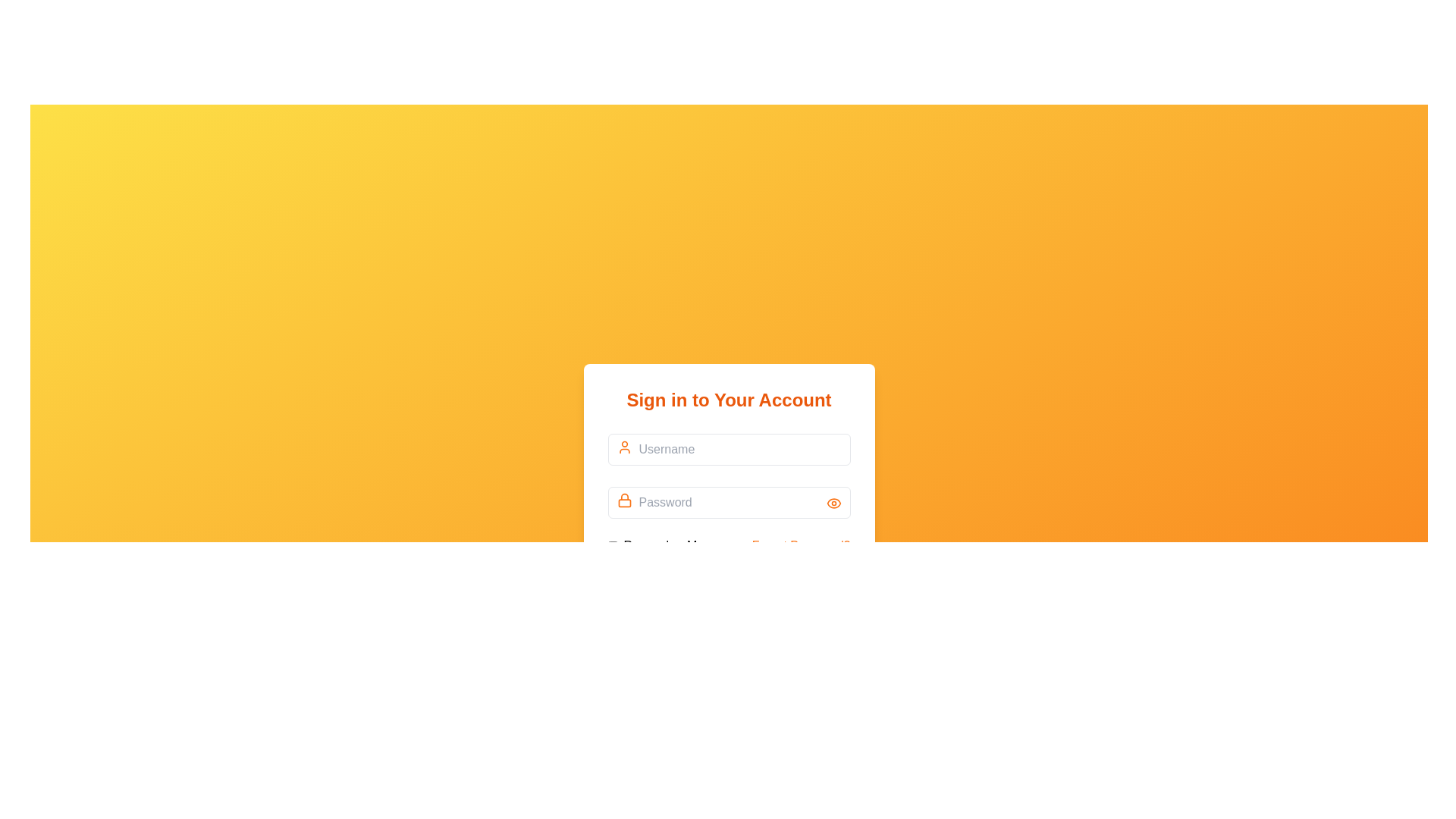  What do you see at coordinates (624, 500) in the screenshot?
I see `the lock icon located at the top left corner inside the password input field, which indicates a secure password field` at bounding box center [624, 500].